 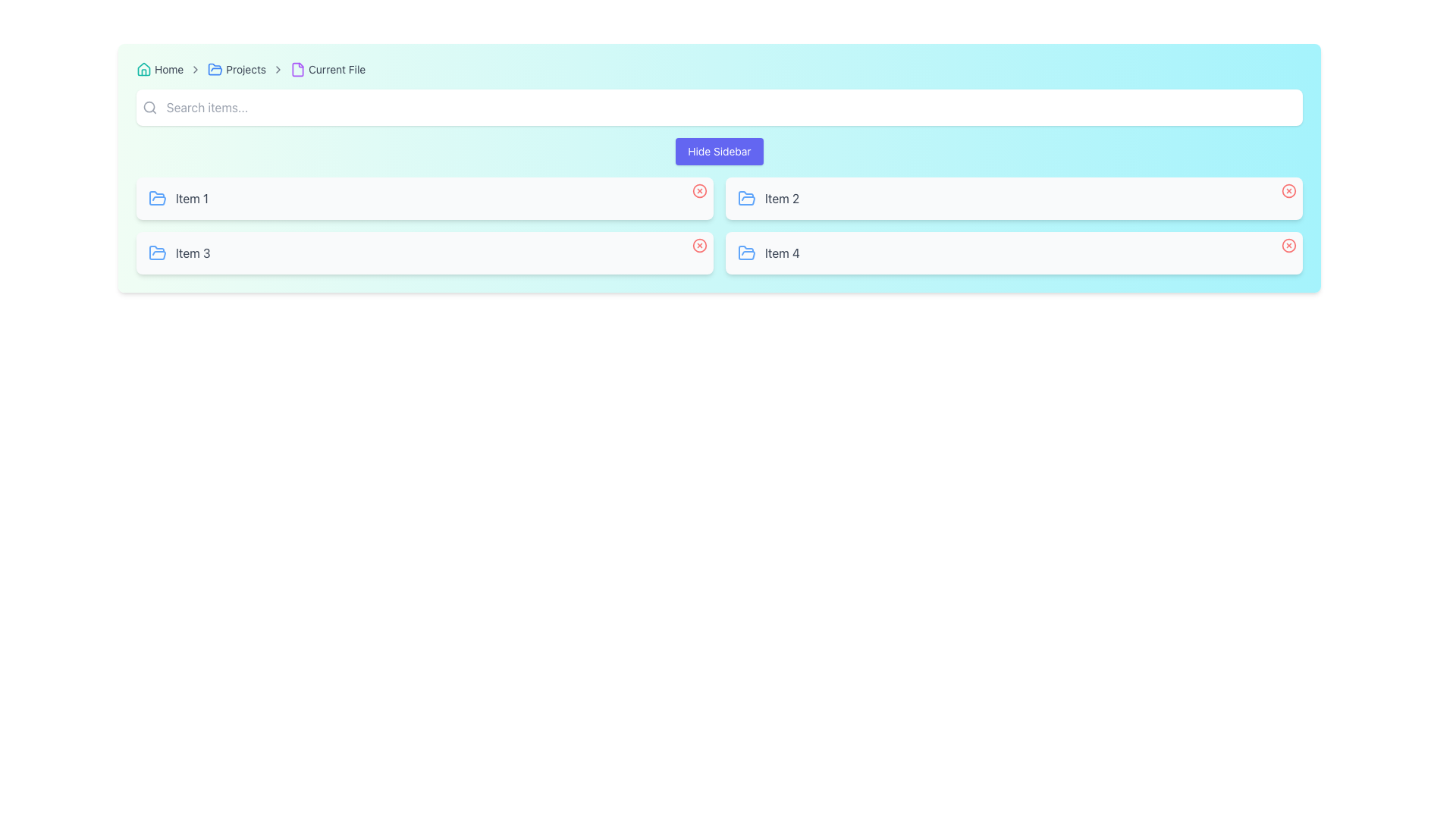 What do you see at coordinates (278, 70) in the screenshot?
I see `the third chevron icon in the breadcrumb navigation bar, which separates the 'Projects' label and the 'Current File' label, serving as a visual cue for hierarchy` at bounding box center [278, 70].